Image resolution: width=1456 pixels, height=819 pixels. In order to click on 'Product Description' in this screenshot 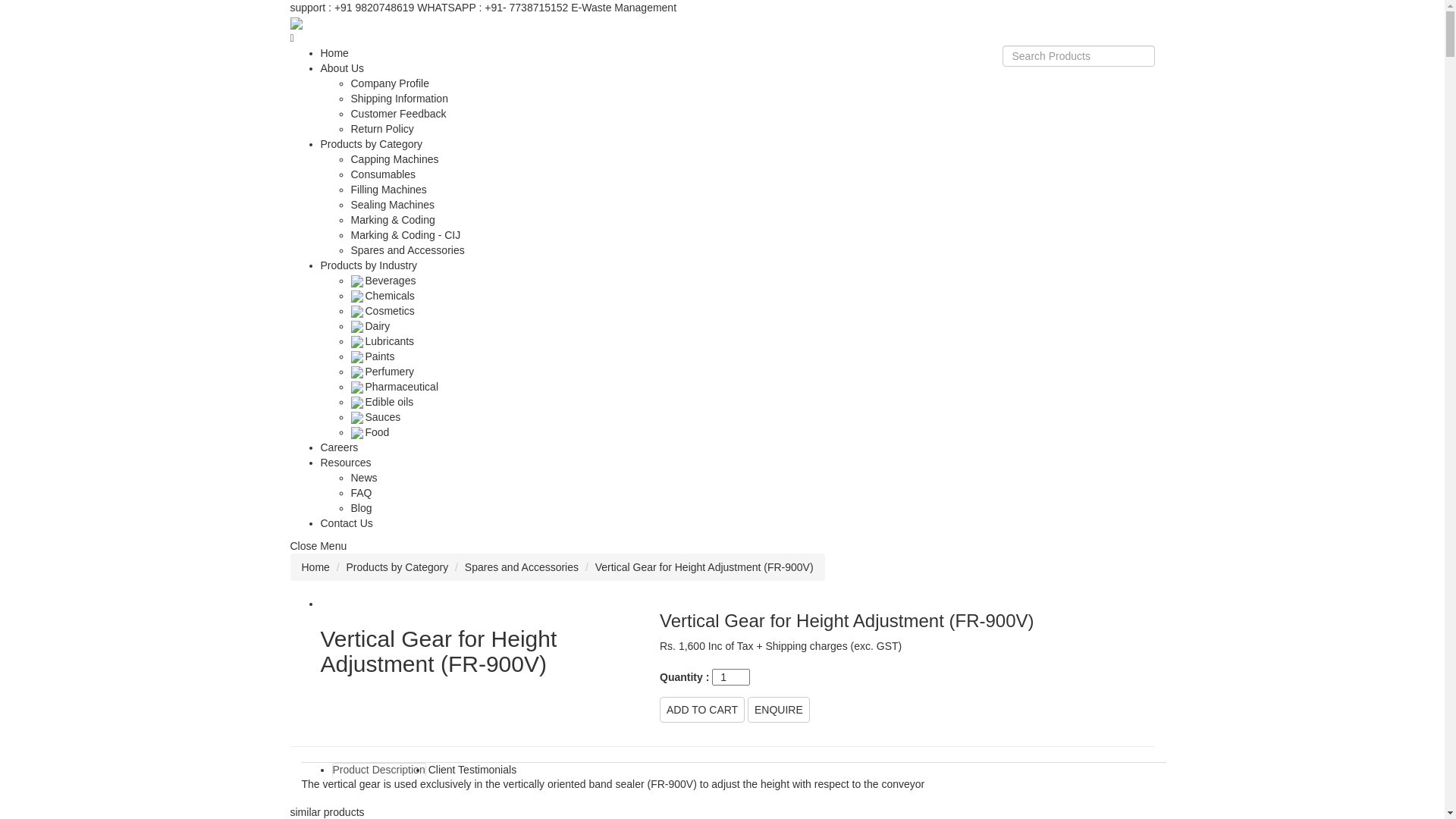, I will do `click(331, 769)`.